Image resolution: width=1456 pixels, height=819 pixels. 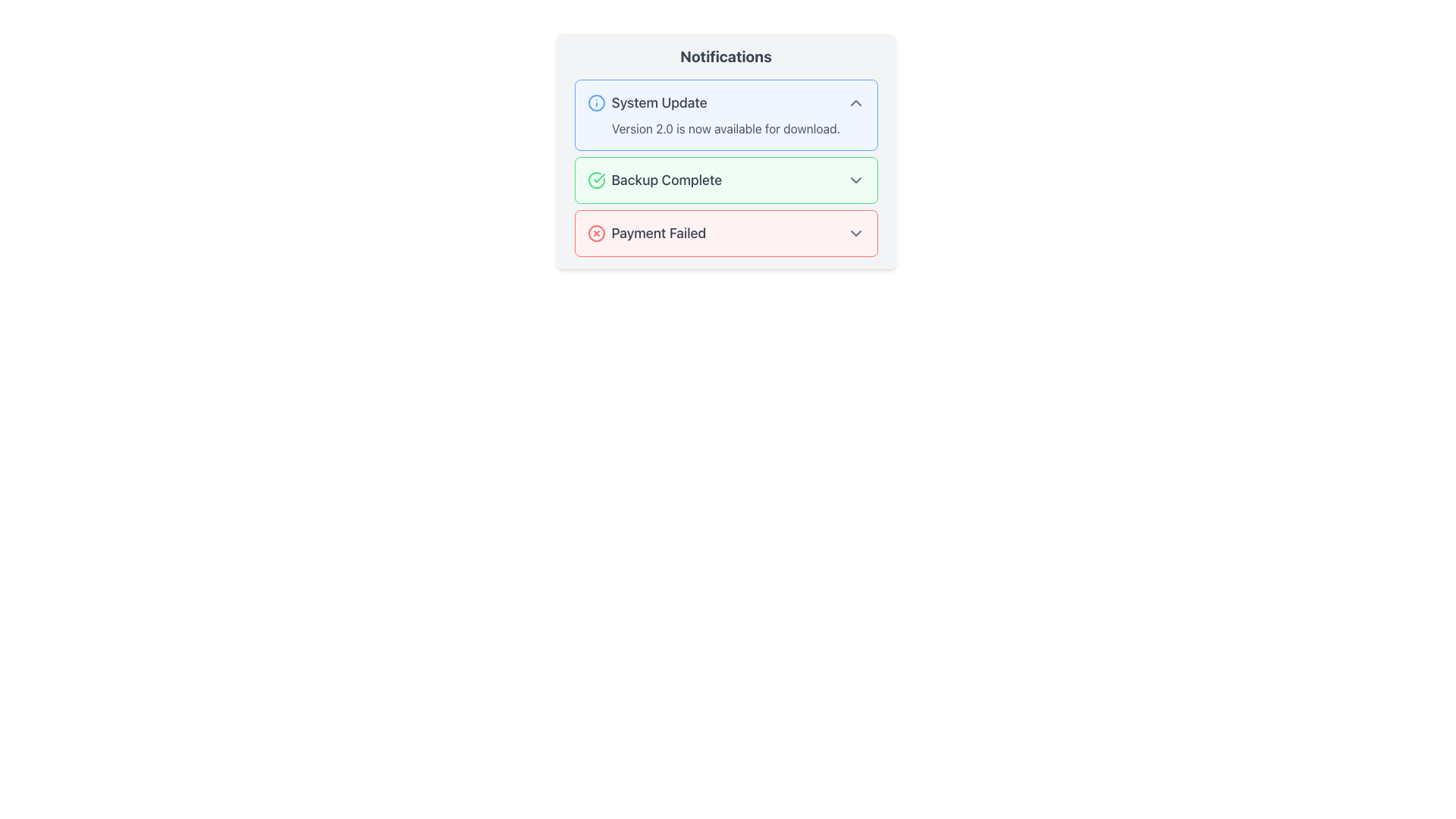 What do you see at coordinates (725, 234) in the screenshot?
I see `the Notification Card, which indicates a failed payment and is the third card in a vertical stack of notifications` at bounding box center [725, 234].